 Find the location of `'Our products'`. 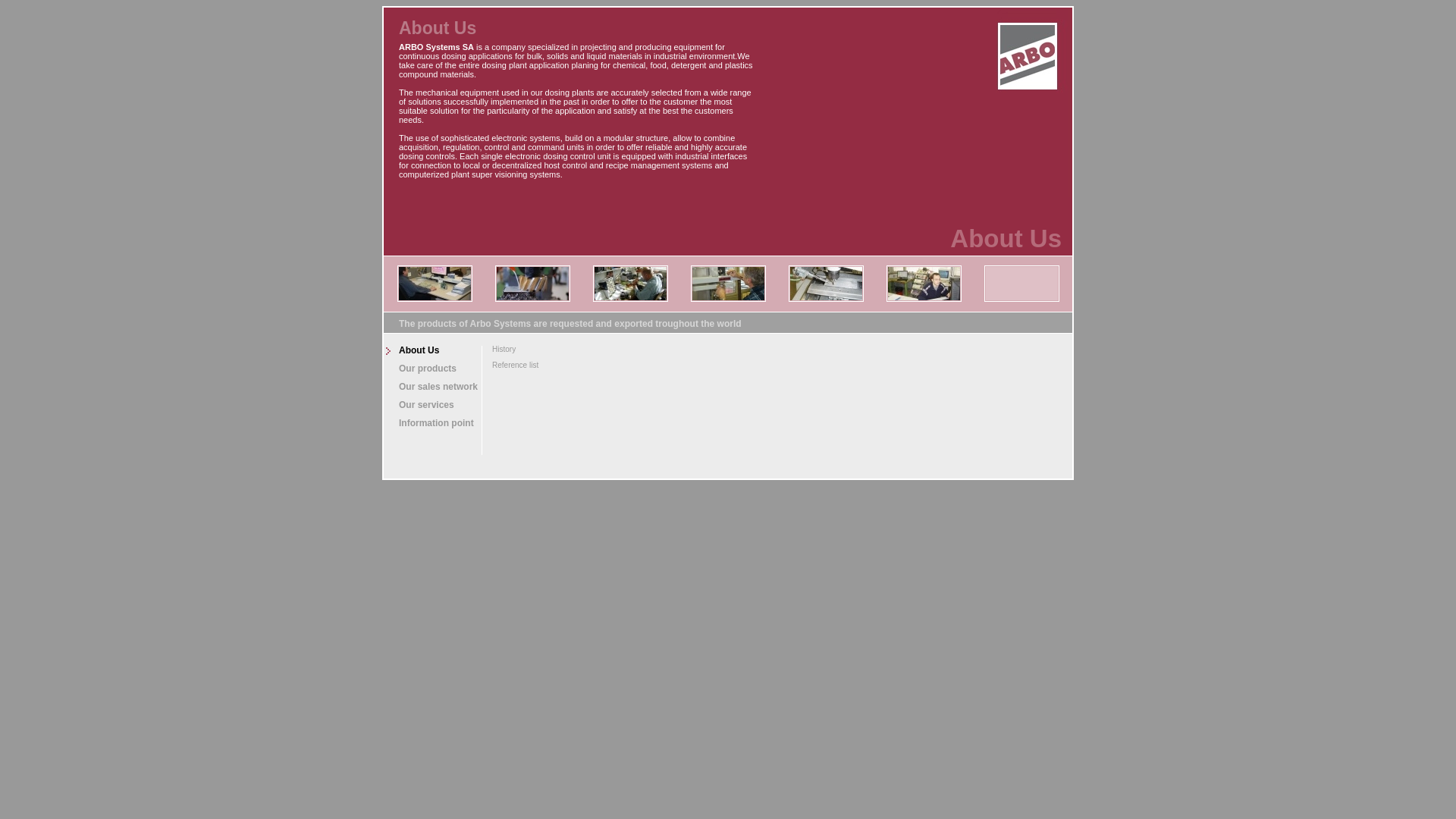

'Our products' is located at coordinates (431, 369).